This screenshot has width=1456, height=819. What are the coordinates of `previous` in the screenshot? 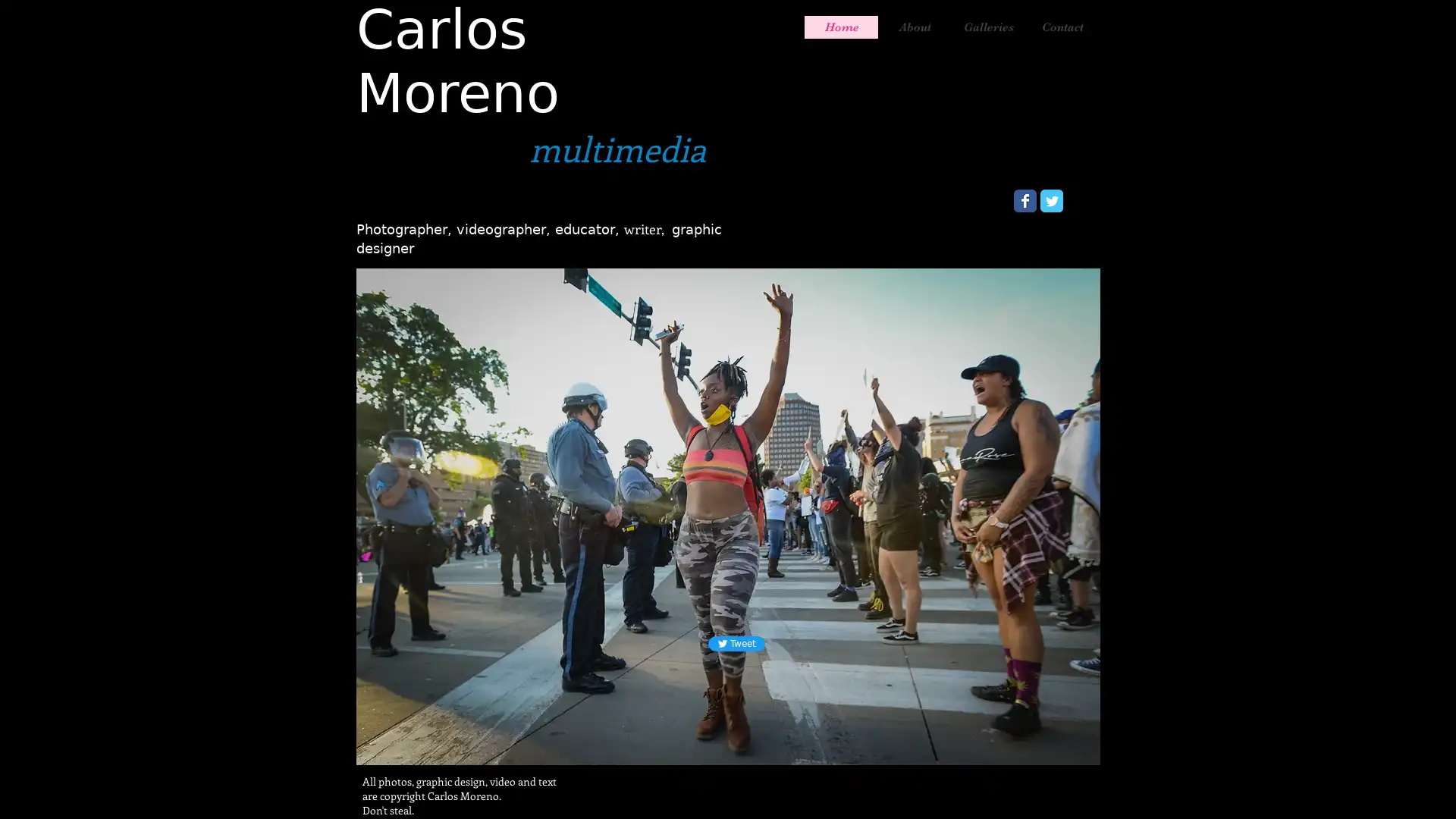 It's located at (388, 513).